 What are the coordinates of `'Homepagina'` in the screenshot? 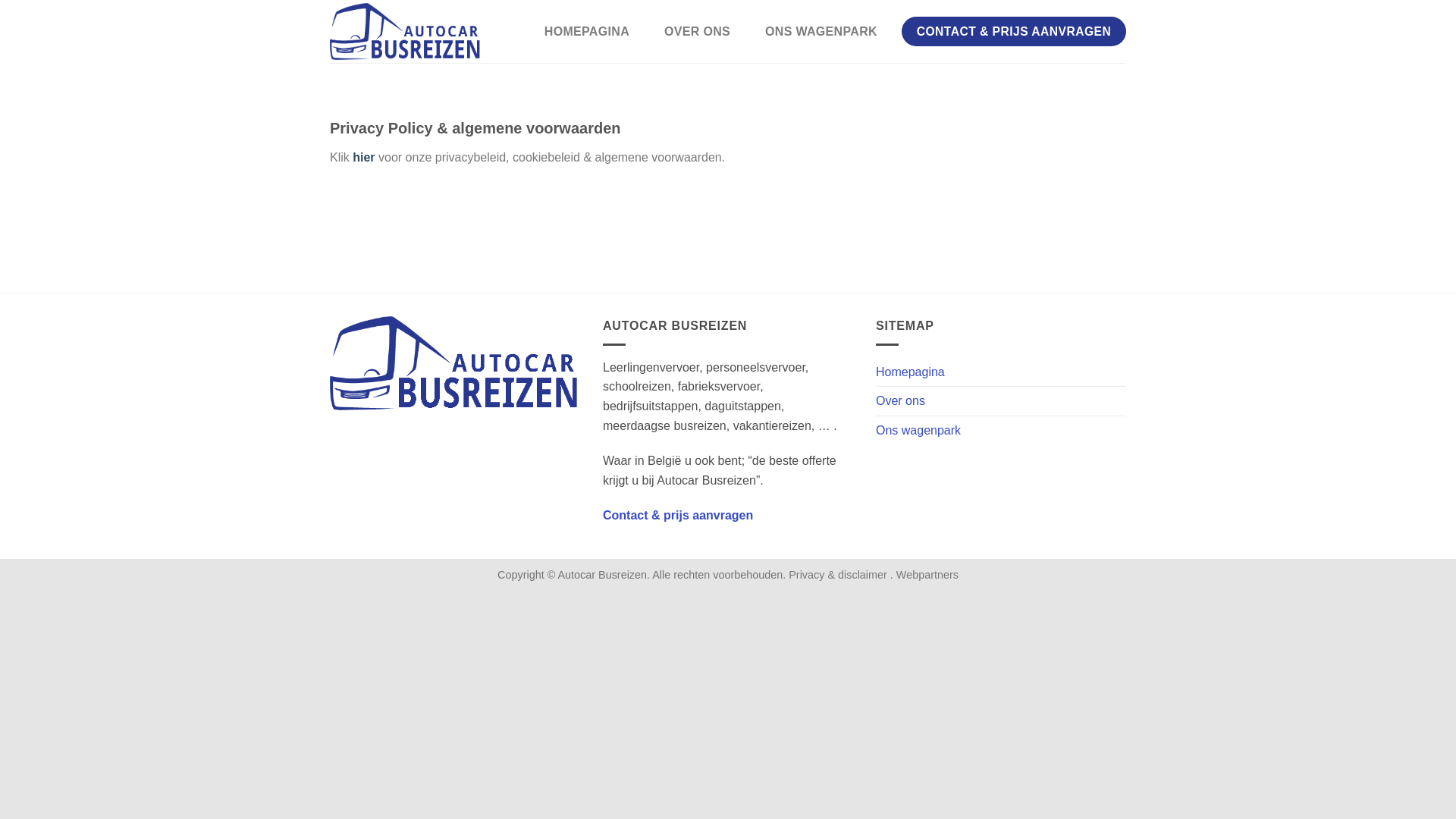 It's located at (910, 372).